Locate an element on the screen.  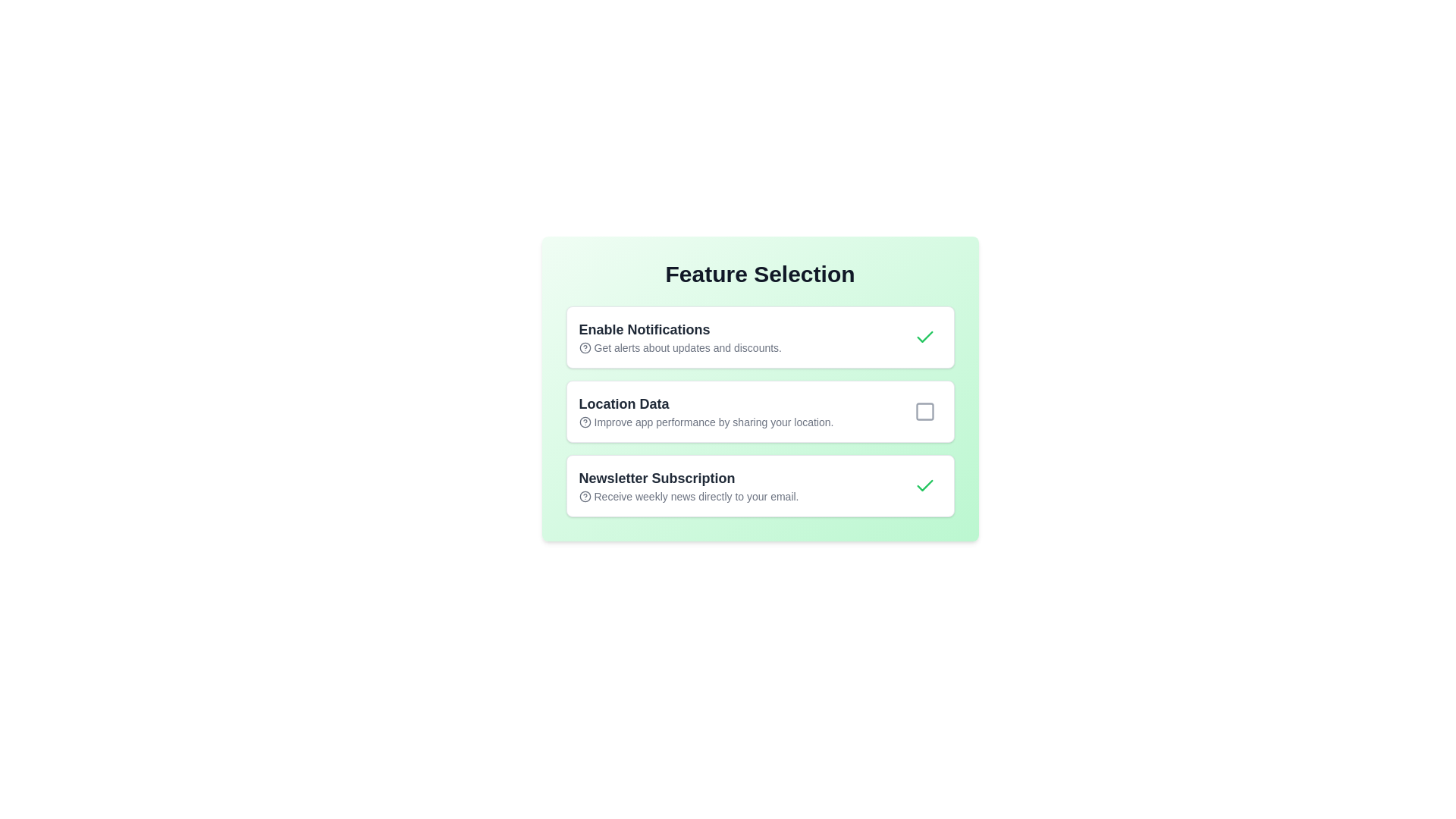
the descriptive text element that informs the user about the 'Enable Notifications' feature and its benefits, located at the top of the feature settings list is located at coordinates (679, 336).